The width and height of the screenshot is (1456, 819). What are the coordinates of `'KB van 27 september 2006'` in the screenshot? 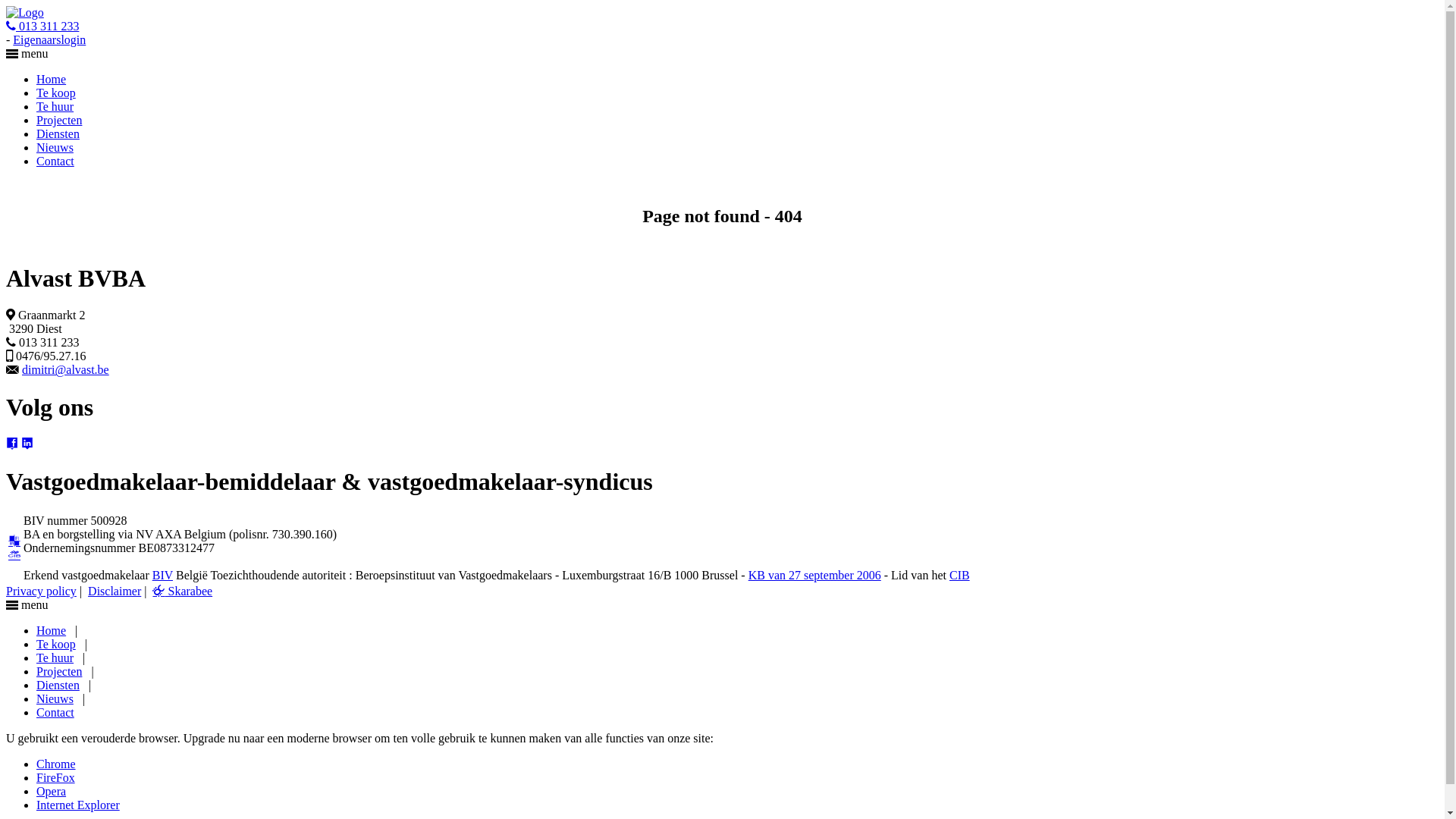 It's located at (814, 575).